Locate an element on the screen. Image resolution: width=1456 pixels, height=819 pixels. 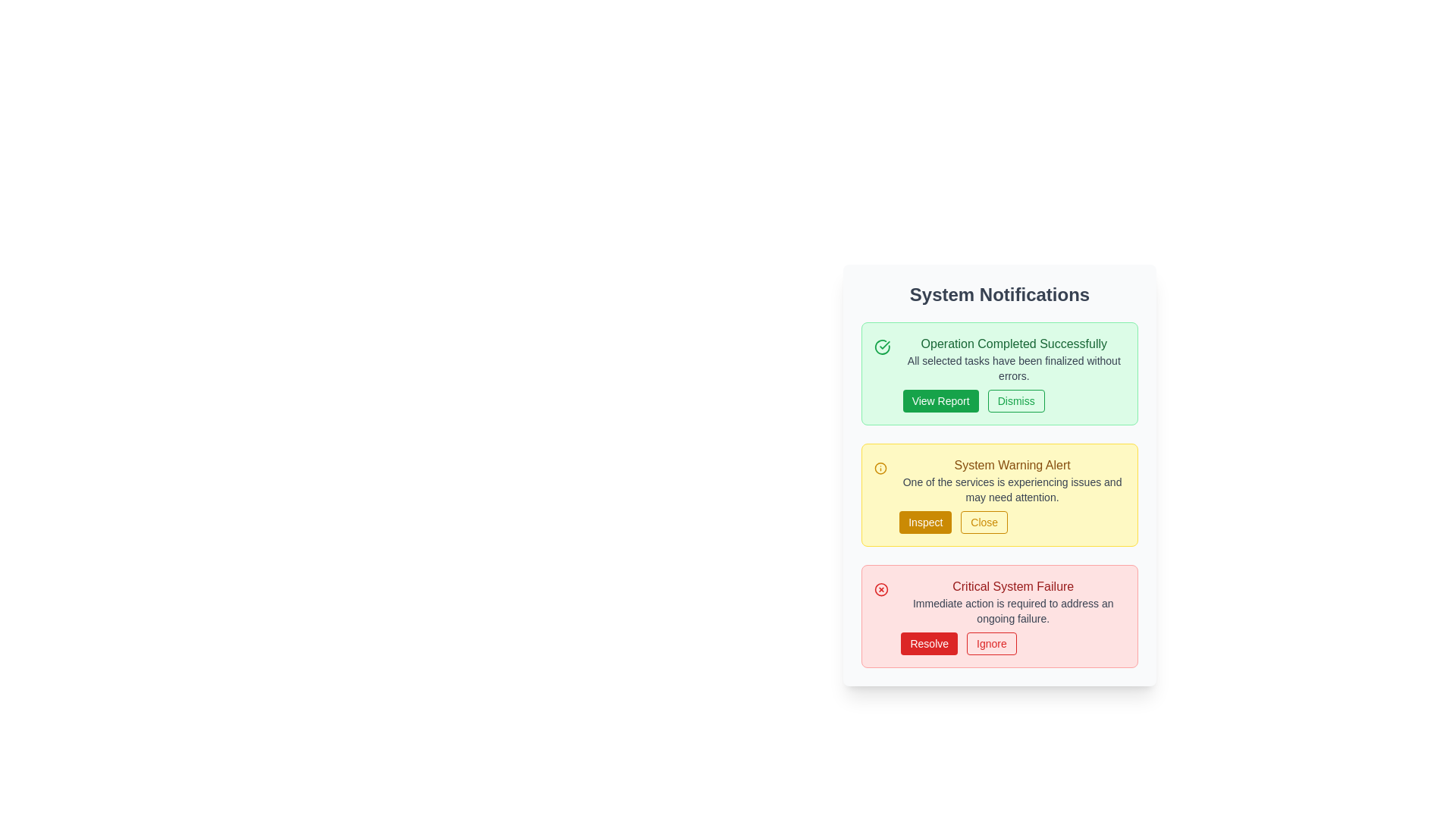
the critical system failure text label located at the top of the third notification card in the 'System Notifications' section, which is highlighted in red is located at coordinates (1013, 586).